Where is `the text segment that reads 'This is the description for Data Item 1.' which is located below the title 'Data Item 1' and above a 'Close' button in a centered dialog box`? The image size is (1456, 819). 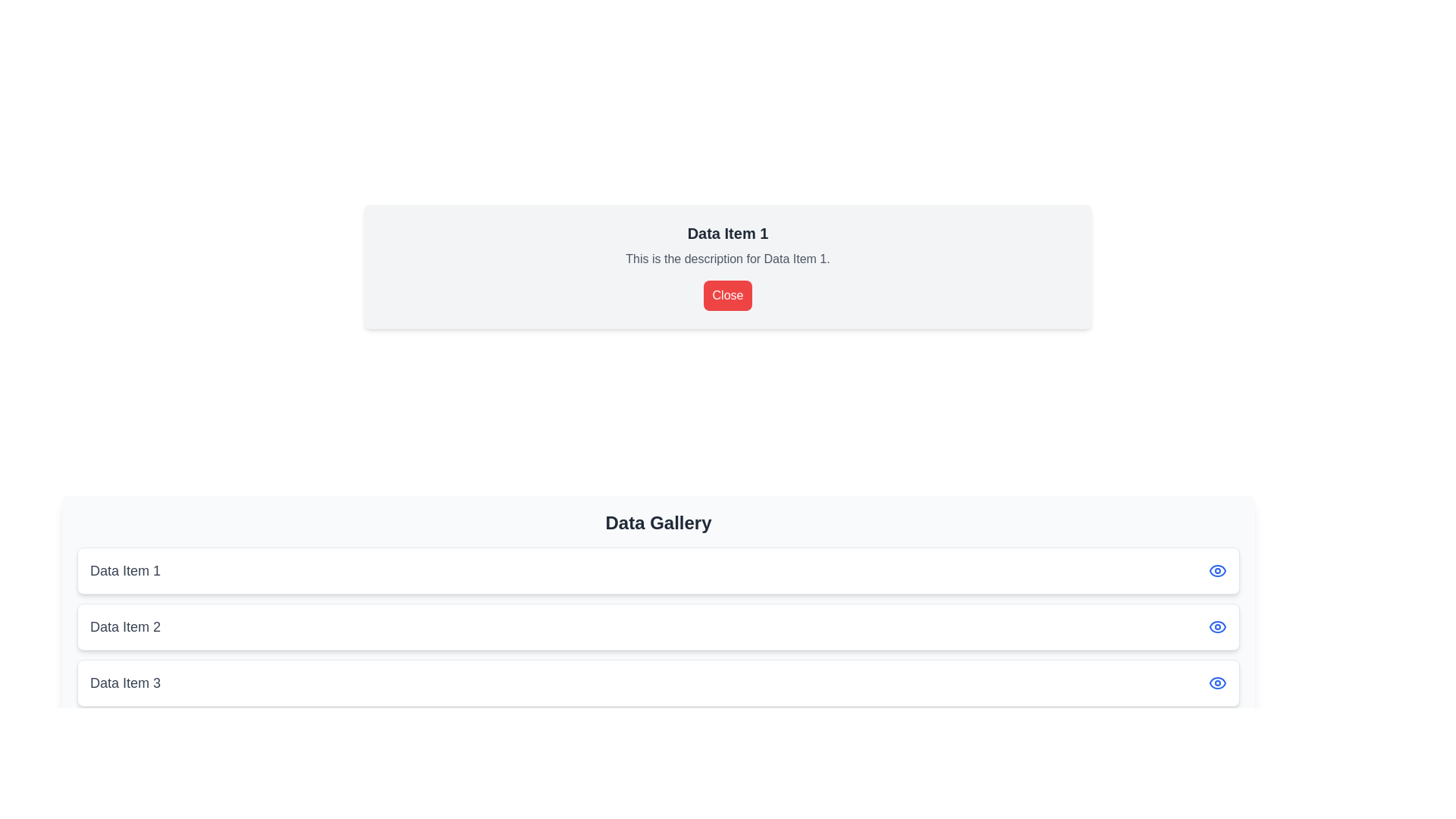 the text segment that reads 'This is the description for Data Item 1.' which is located below the title 'Data Item 1' and above a 'Close' button in a centered dialog box is located at coordinates (728, 259).